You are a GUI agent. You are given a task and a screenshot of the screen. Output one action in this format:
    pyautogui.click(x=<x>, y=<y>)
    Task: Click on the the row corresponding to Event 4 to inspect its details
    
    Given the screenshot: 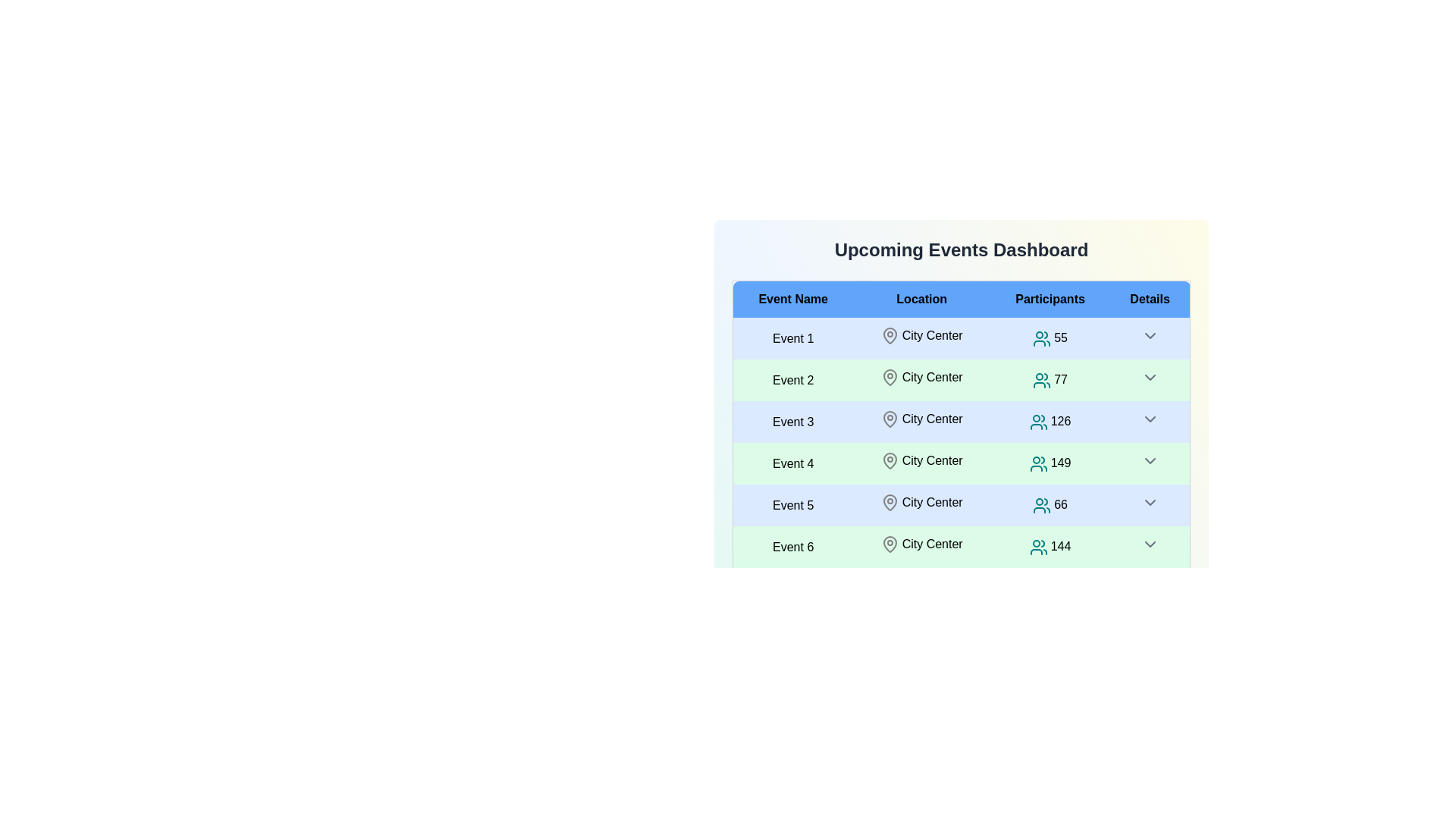 What is the action you would take?
    pyautogui.click(x=792, y=463)
    